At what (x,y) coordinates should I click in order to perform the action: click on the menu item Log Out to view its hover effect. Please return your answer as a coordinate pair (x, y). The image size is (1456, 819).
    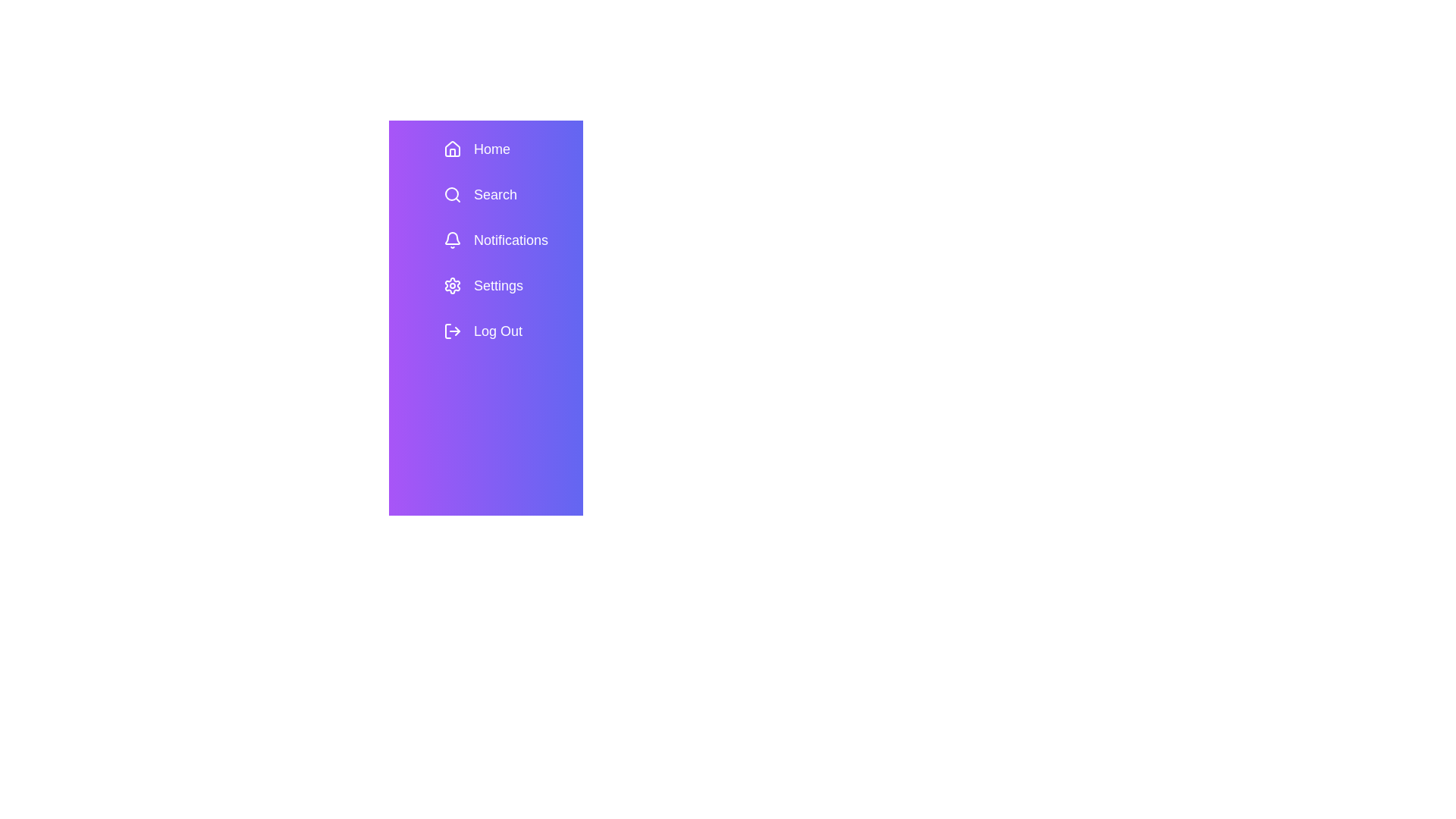
    Looking at the image, I should click on (507, 330).